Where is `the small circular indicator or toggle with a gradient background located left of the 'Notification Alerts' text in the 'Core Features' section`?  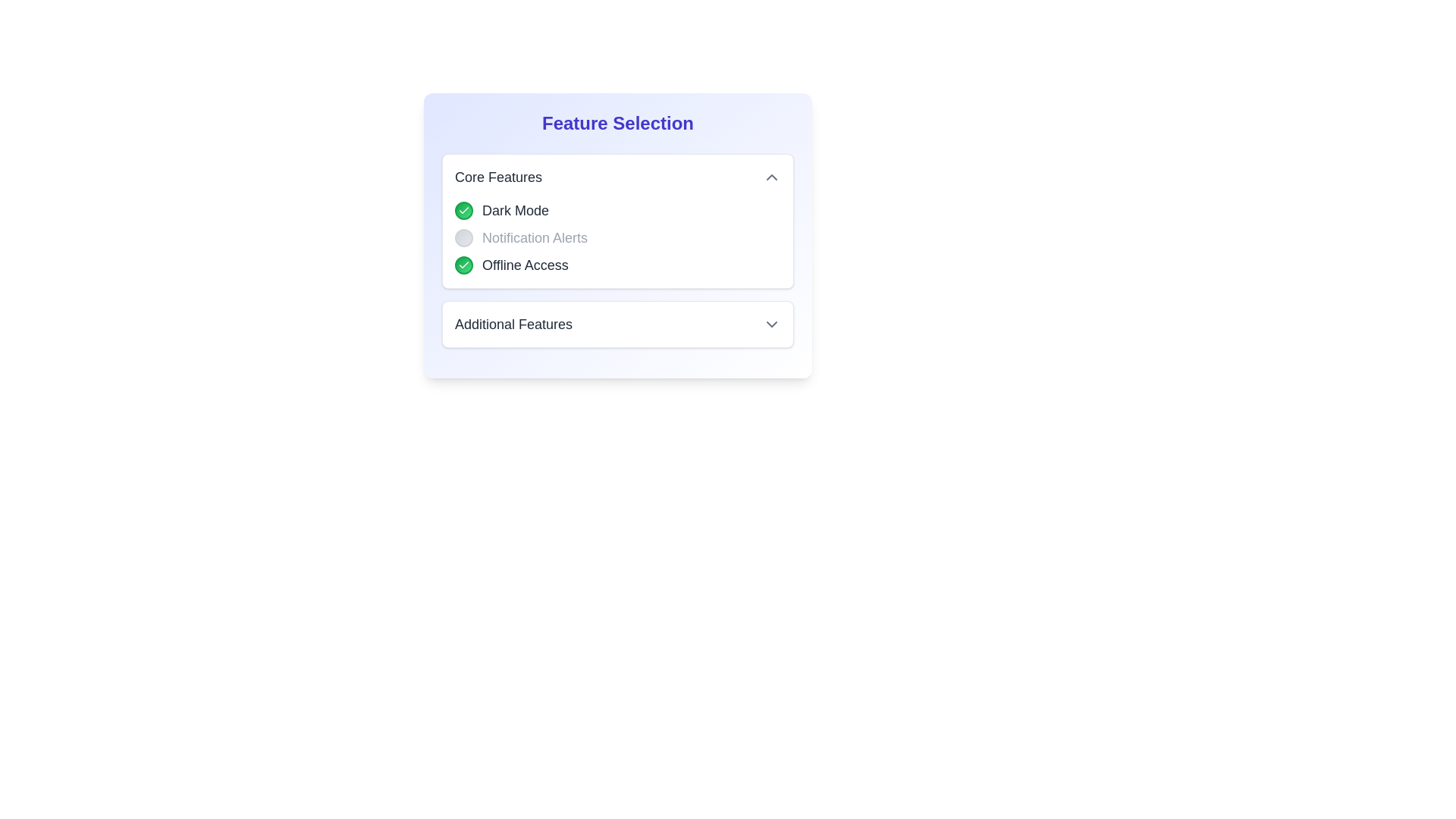 the small circular indicator or toggle with a gradient background located left of the 'Notification Alerts' text in the 'Core Features' section is located at coordinates (463, 237).